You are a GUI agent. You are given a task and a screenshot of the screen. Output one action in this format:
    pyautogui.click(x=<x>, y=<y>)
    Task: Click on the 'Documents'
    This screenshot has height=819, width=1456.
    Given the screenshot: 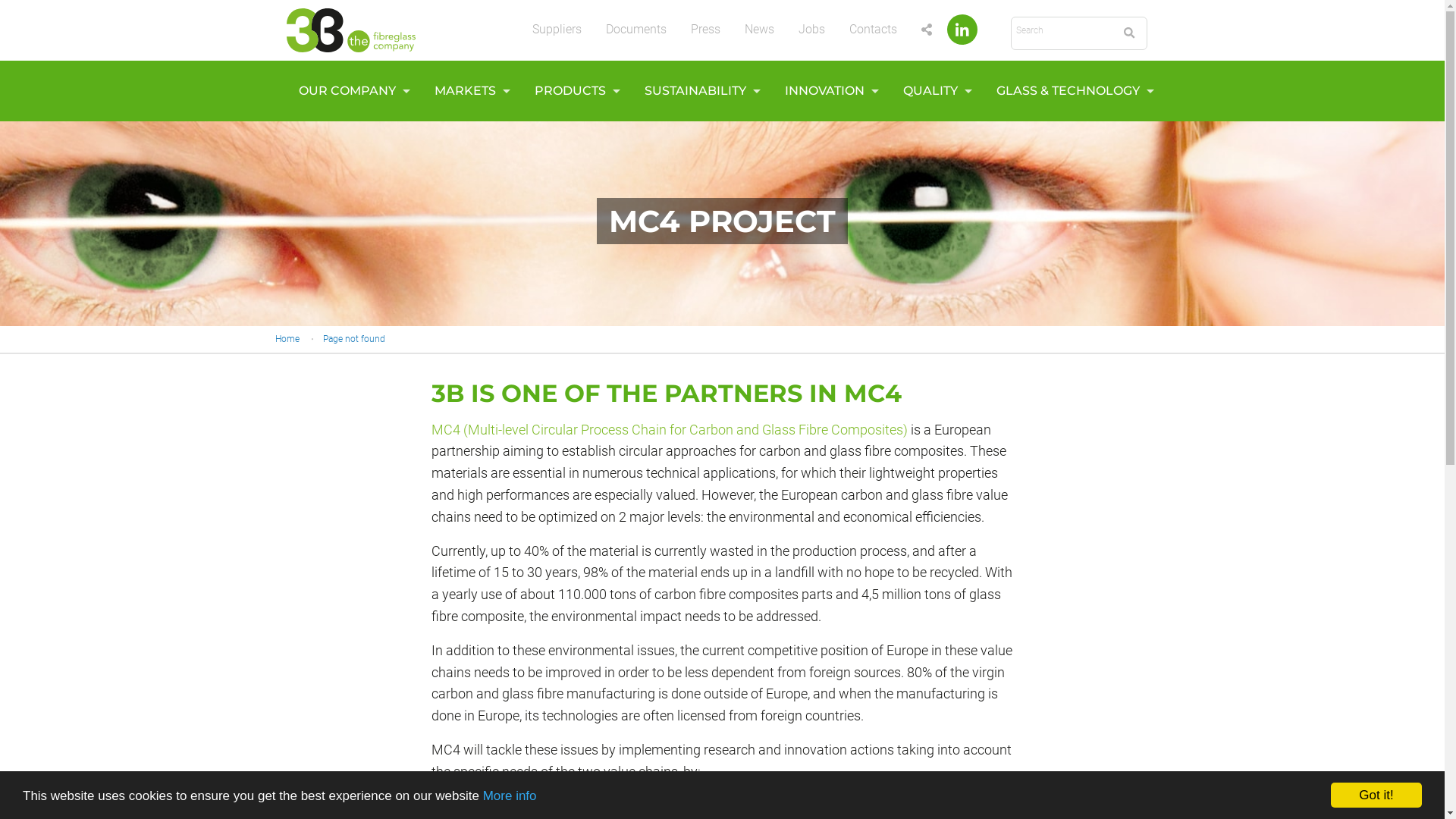 What is the action you would take?
    pyautogui.click(x=635, y=29)
    